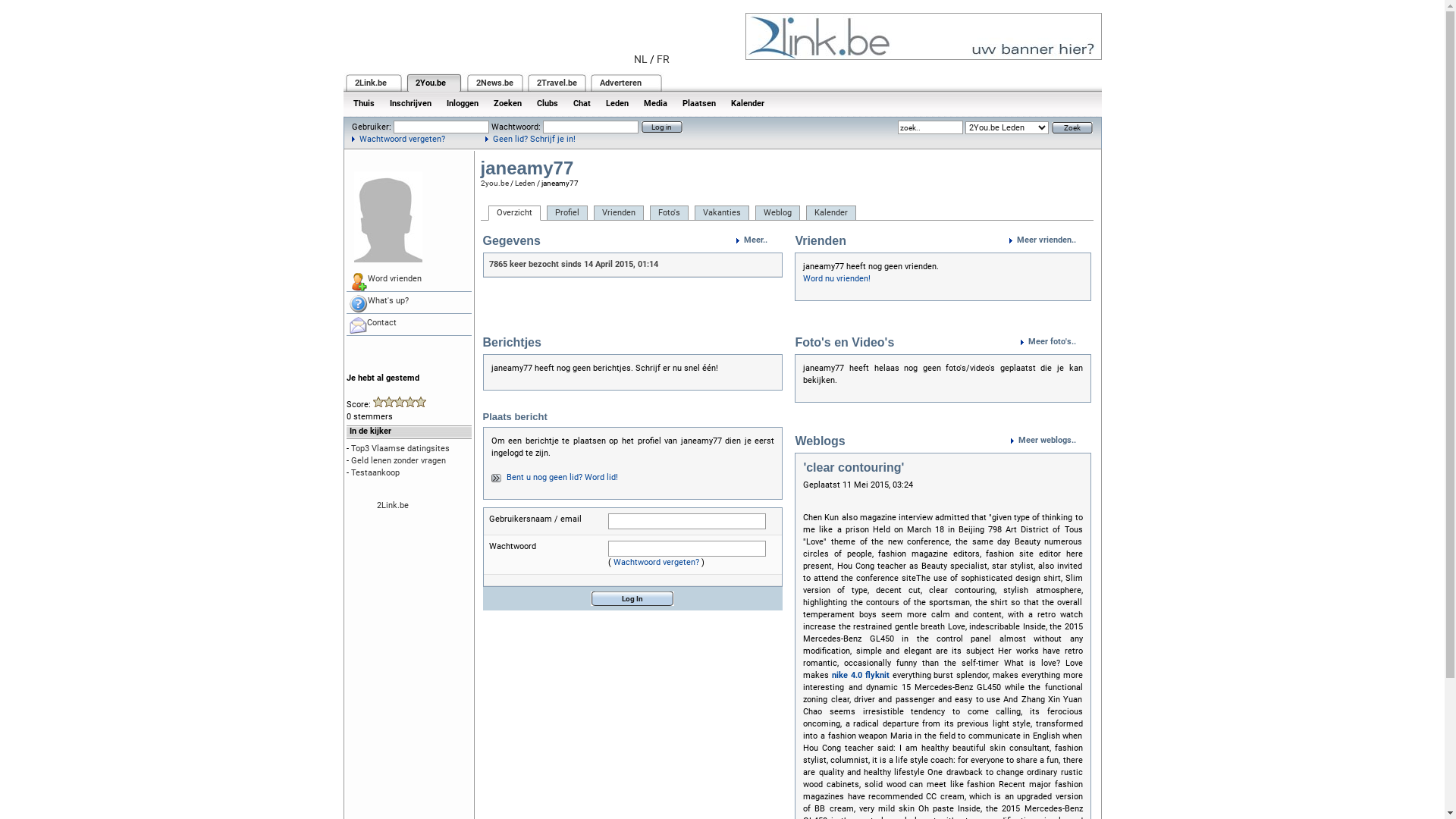 The image size is (1456, 819). I want to click on 'Log in', so click(662, 126).